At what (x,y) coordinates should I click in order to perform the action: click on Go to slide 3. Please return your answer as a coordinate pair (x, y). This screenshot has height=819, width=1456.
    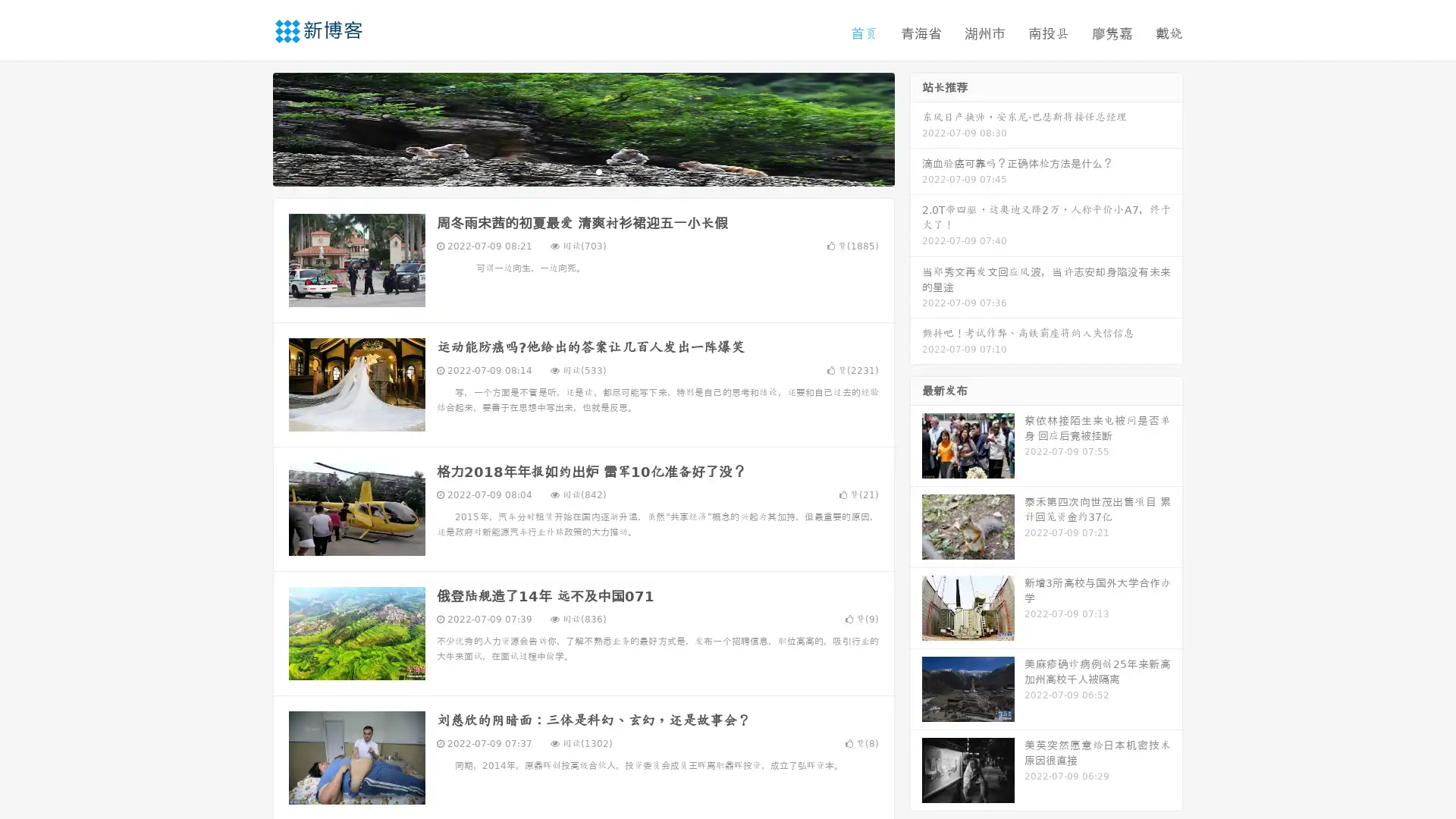
    Looking at the image, I should click on (598, 171).